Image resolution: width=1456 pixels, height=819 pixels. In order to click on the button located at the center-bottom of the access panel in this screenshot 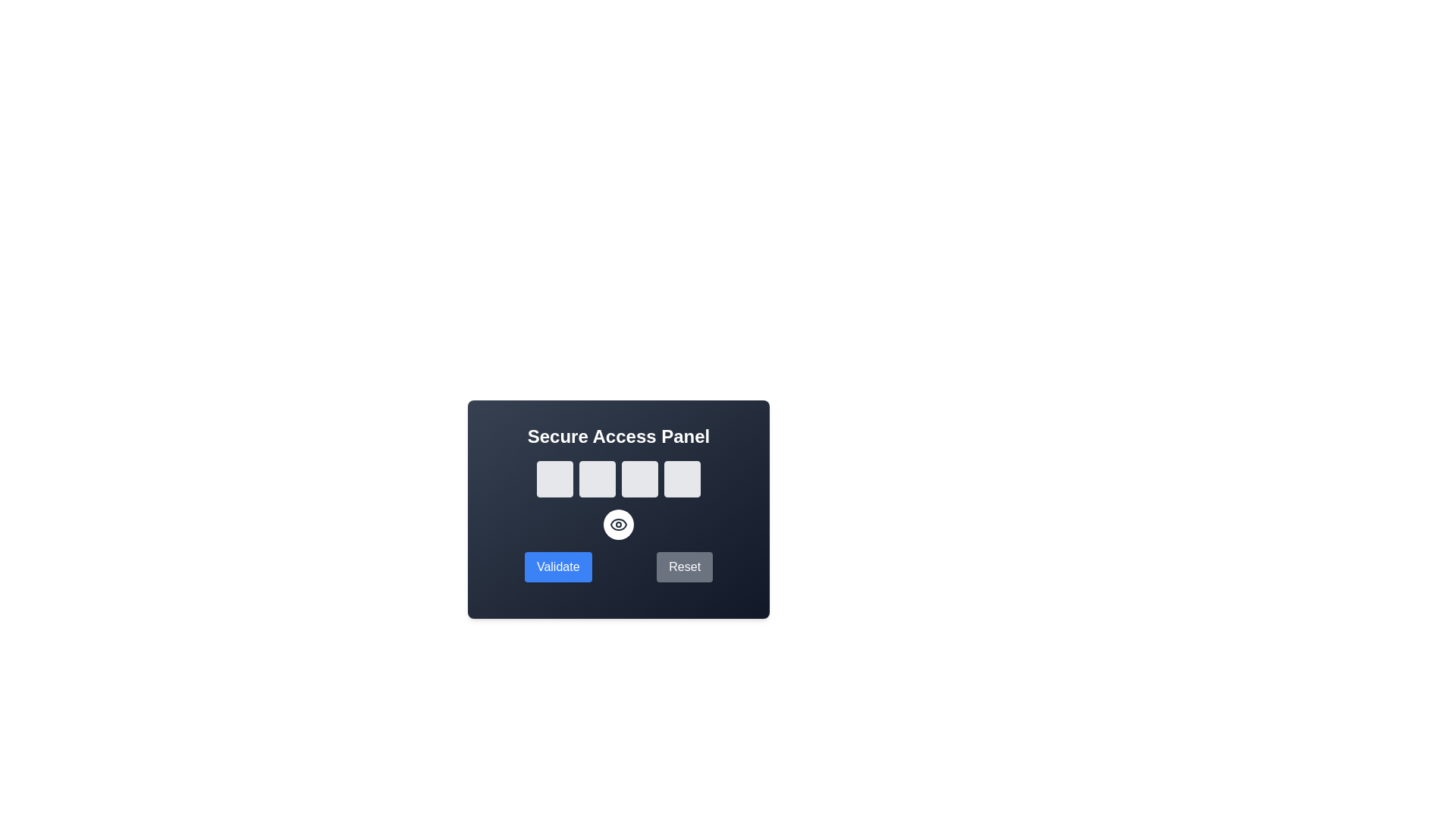, I will do `click(619, 523)`.